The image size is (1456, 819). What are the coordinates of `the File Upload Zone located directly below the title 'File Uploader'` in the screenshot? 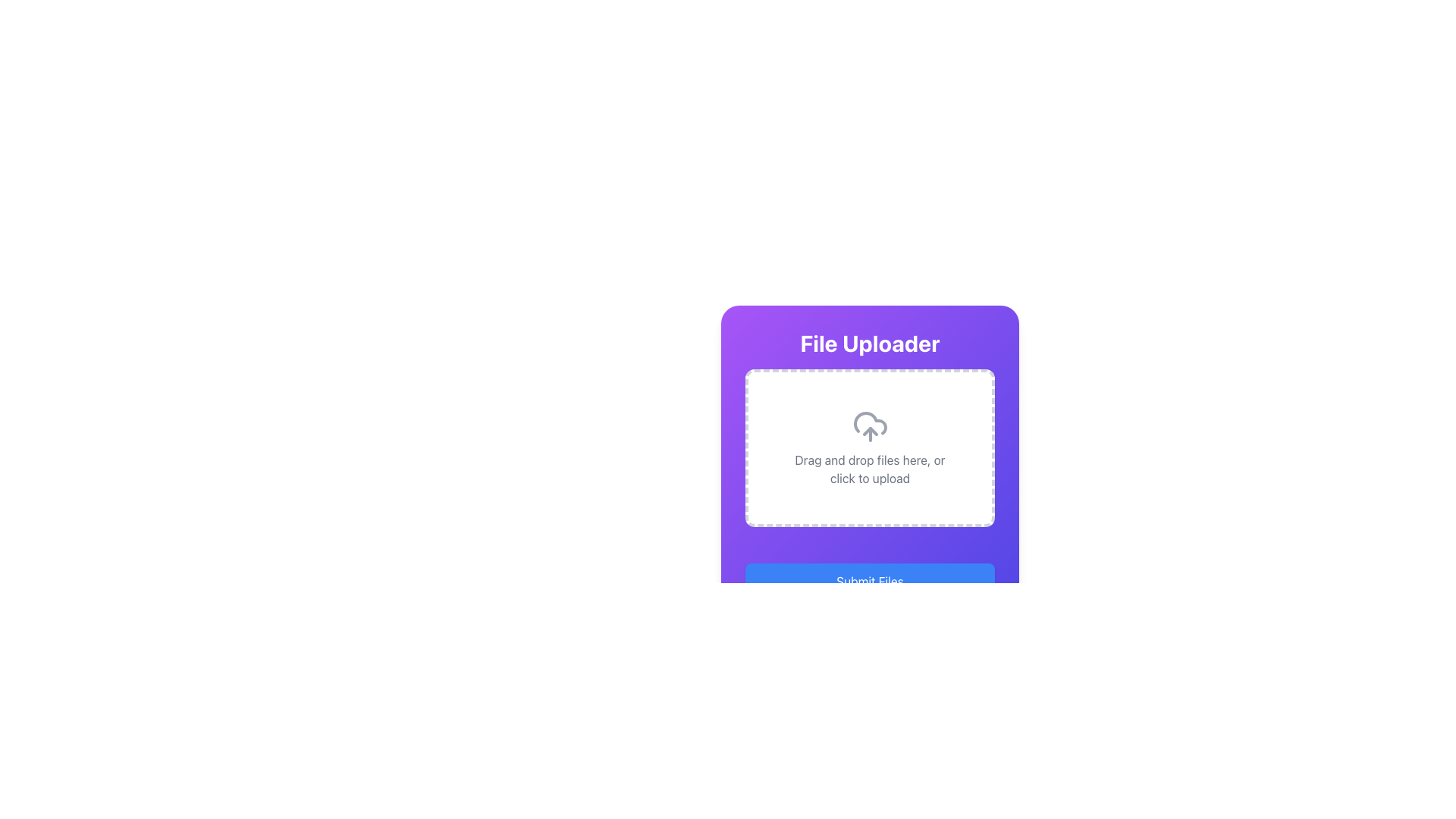 It's located at (870, 447).